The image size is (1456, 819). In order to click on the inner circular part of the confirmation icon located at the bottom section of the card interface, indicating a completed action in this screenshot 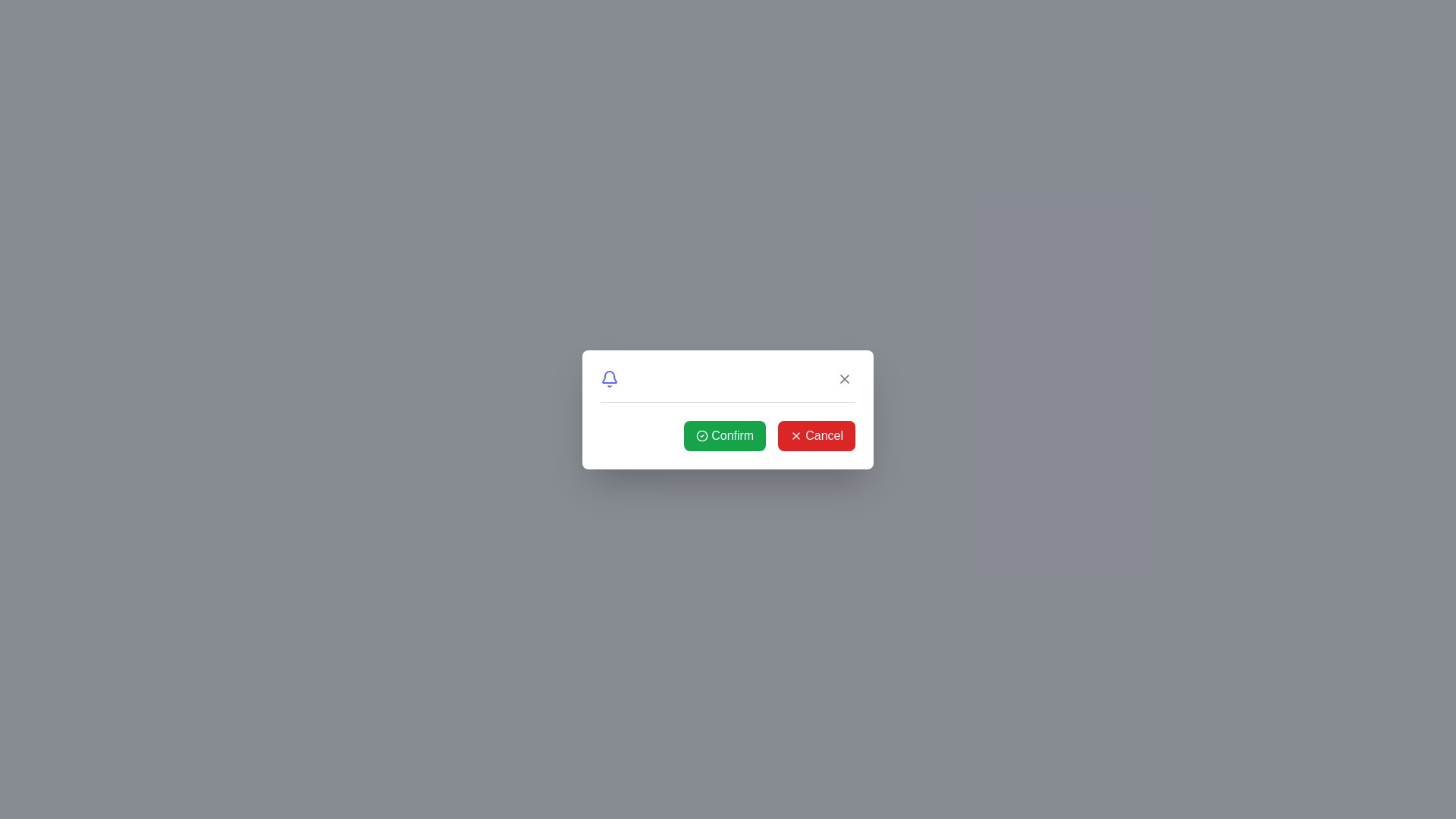, I will do `click(701, 435)`.